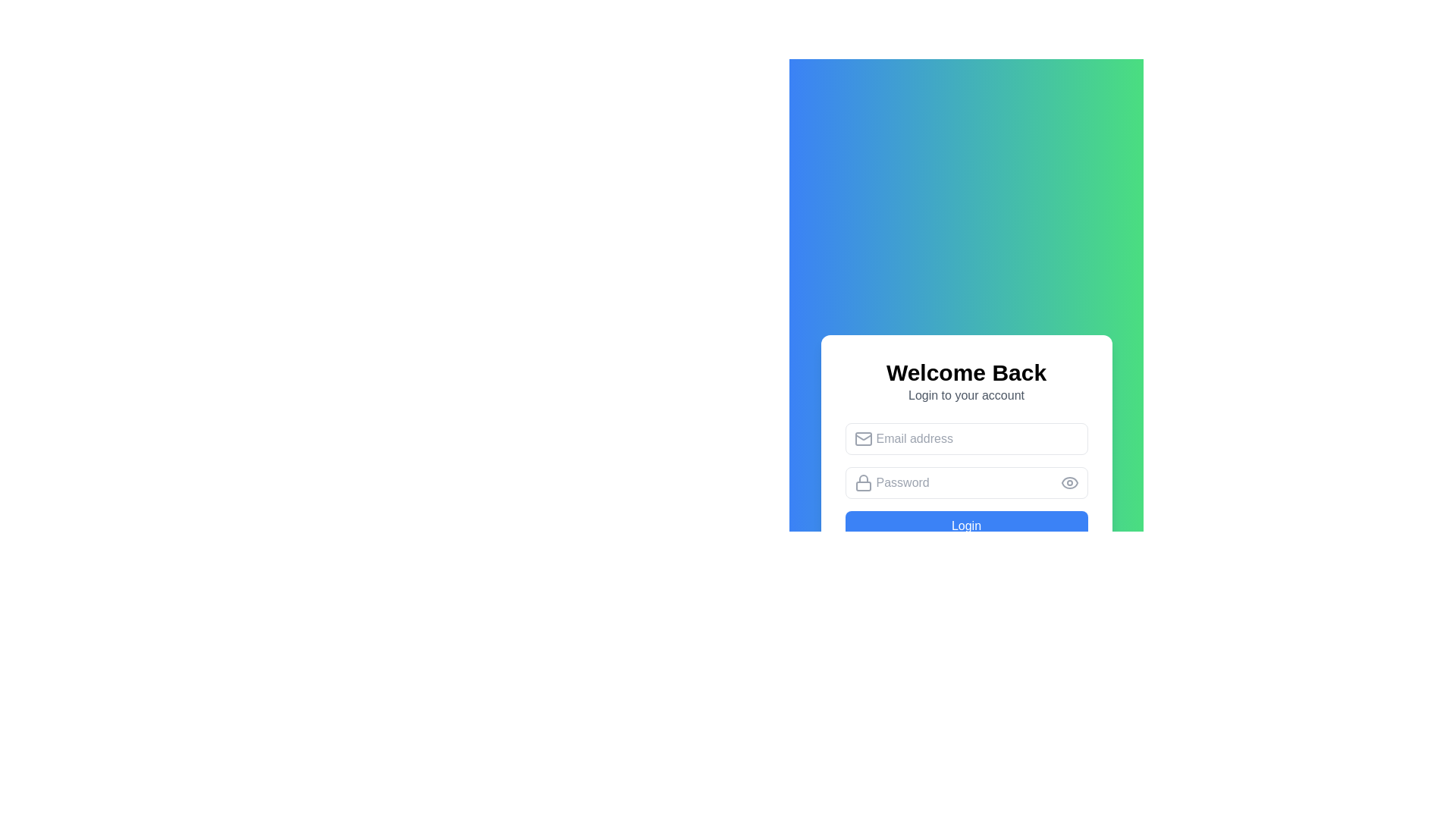  I want to click on the Password Input Field located below the Email Address input in the 'Welcome Back' login section to focus the field, so click(965, 482).